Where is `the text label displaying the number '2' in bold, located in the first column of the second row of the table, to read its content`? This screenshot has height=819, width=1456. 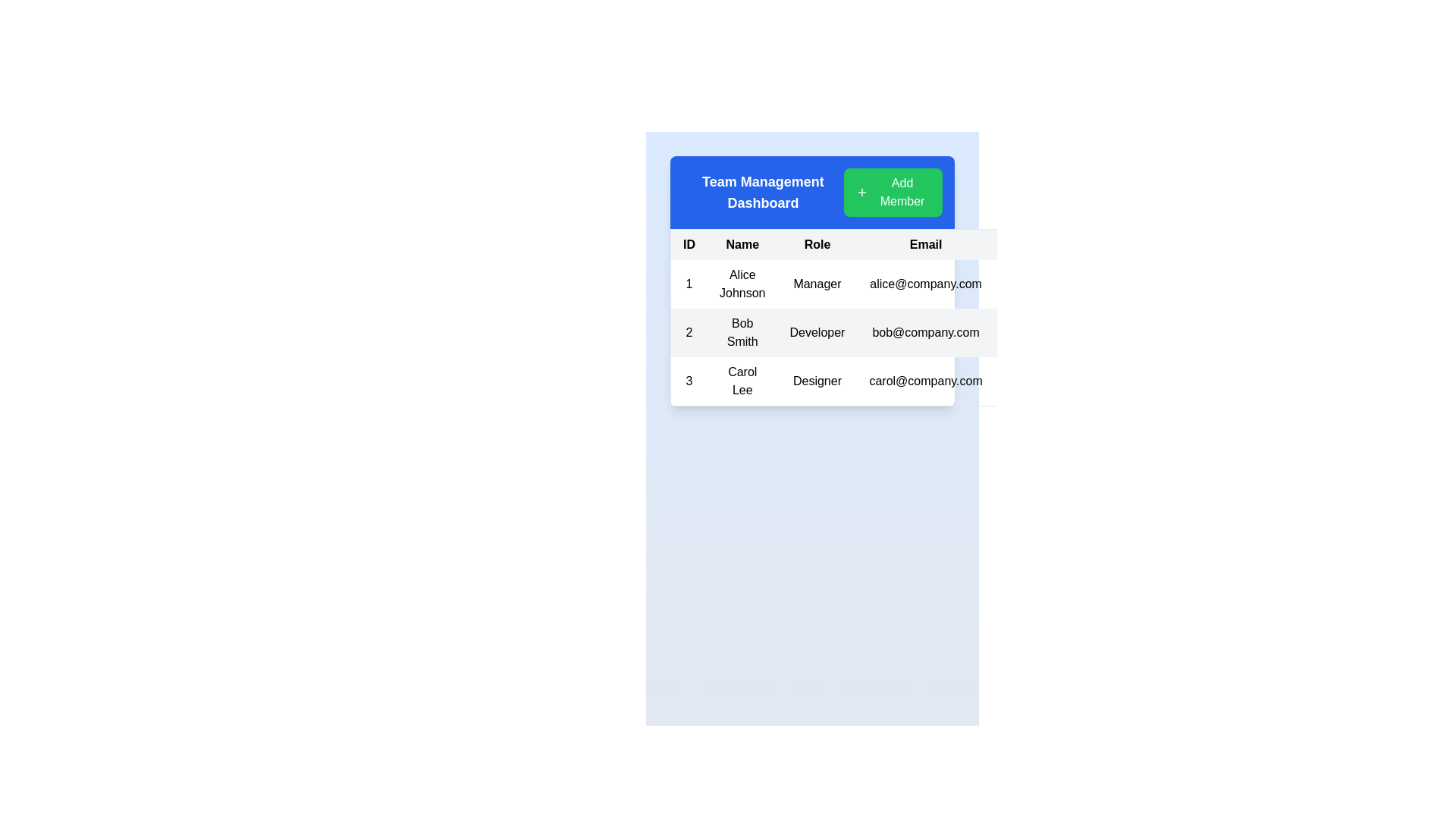
the text label displaying the number '2' in bold, located in the first column of the second row of the table, to read its content is located at coordinates (688, 332).